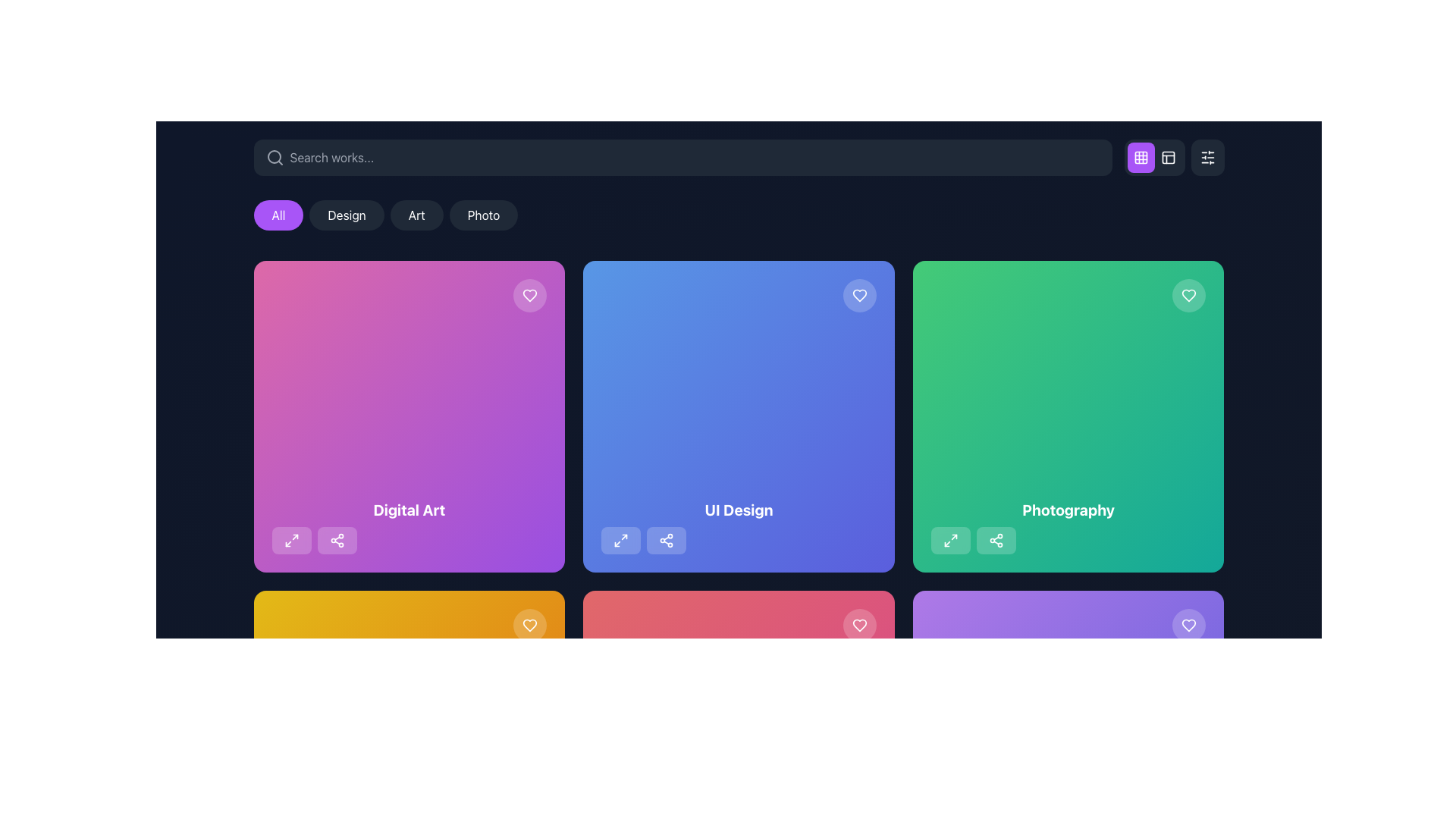  I want to click on the heart icon in the SVG graphic located in the top-right corner of the 'UI Design' card, so click(859, 295).